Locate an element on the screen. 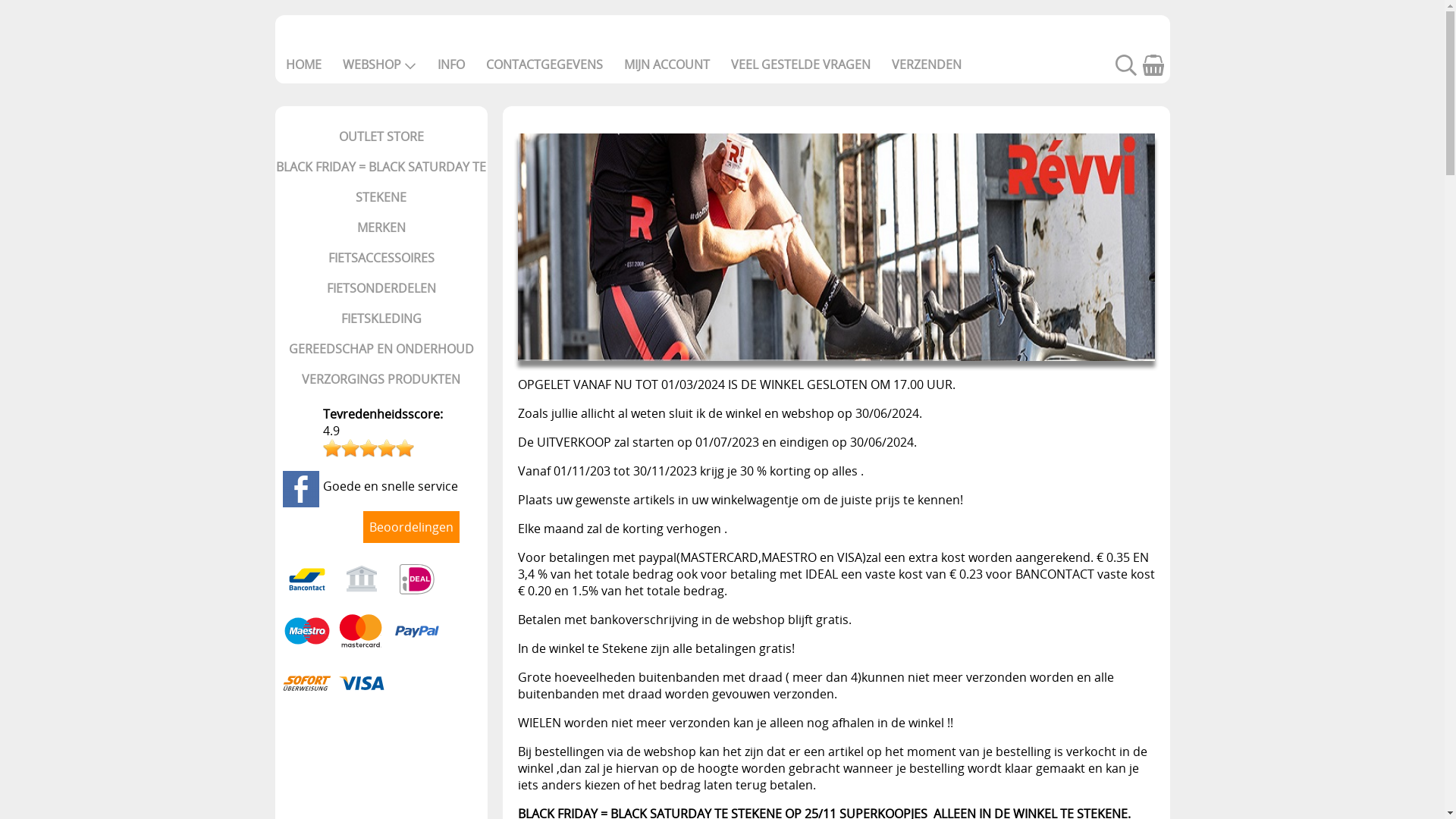 The image size is (1456, 819). 'MIJN ACCOUNT' is located at coordinates (666, 63).